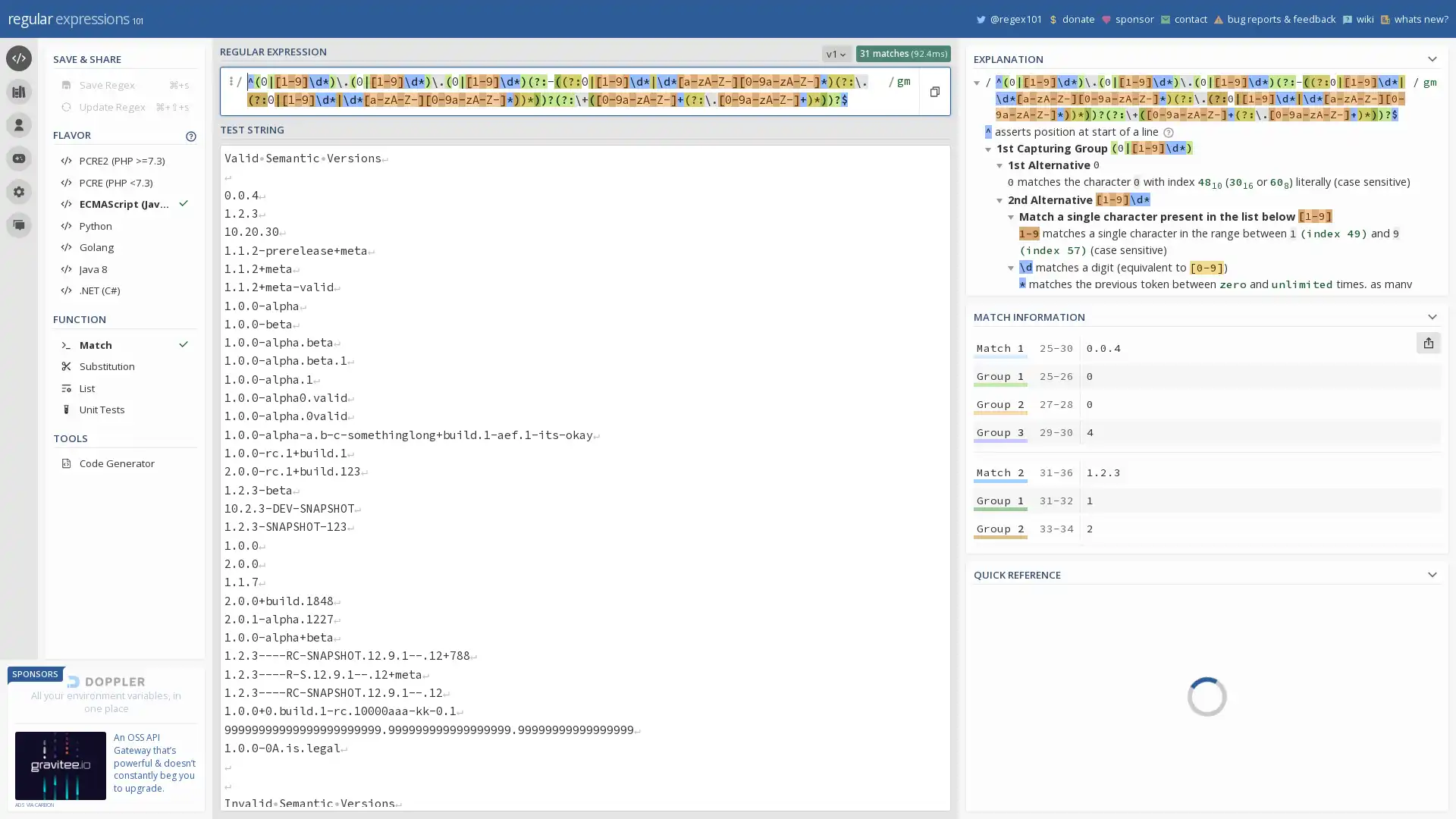  Describe the element at coordinates (1000, 432) in the screenshot. I see `Group 3` at that location.